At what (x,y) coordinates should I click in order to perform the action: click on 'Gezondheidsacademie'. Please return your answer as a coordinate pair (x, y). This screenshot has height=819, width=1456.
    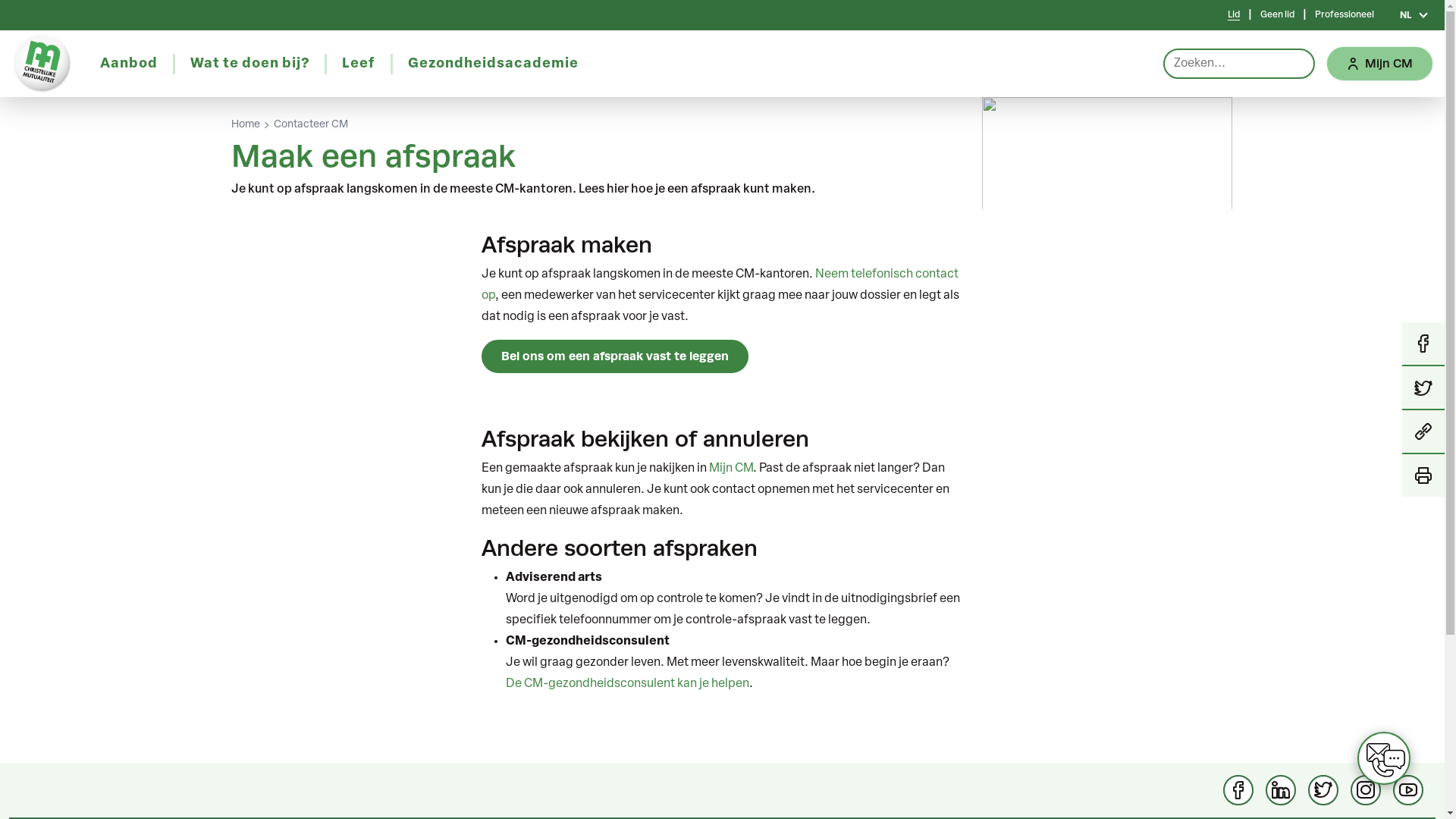
    Looking at the image, I should click on (493, 62).